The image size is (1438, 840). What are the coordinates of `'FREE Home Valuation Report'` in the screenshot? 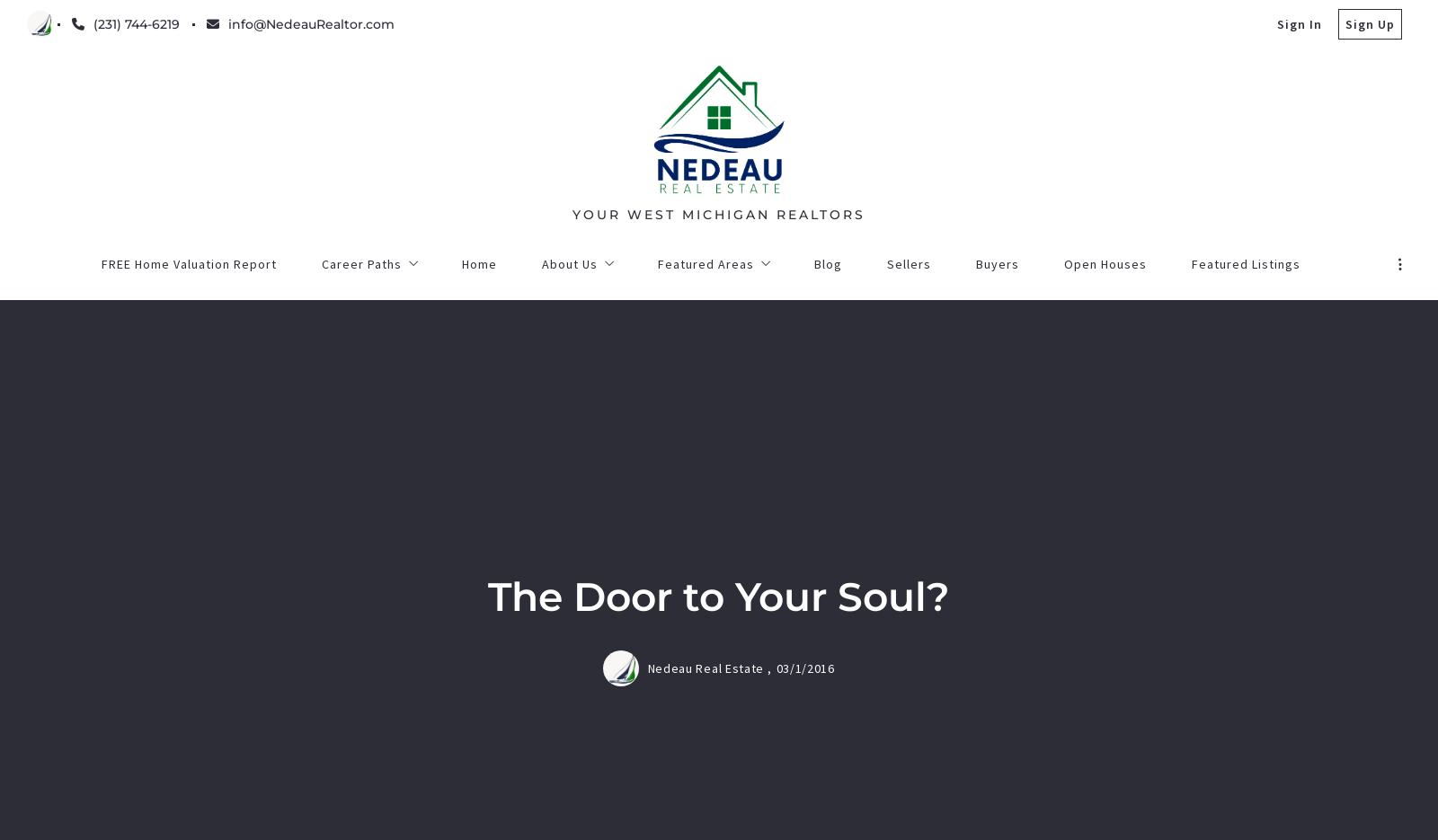 It's located at (534, 692).